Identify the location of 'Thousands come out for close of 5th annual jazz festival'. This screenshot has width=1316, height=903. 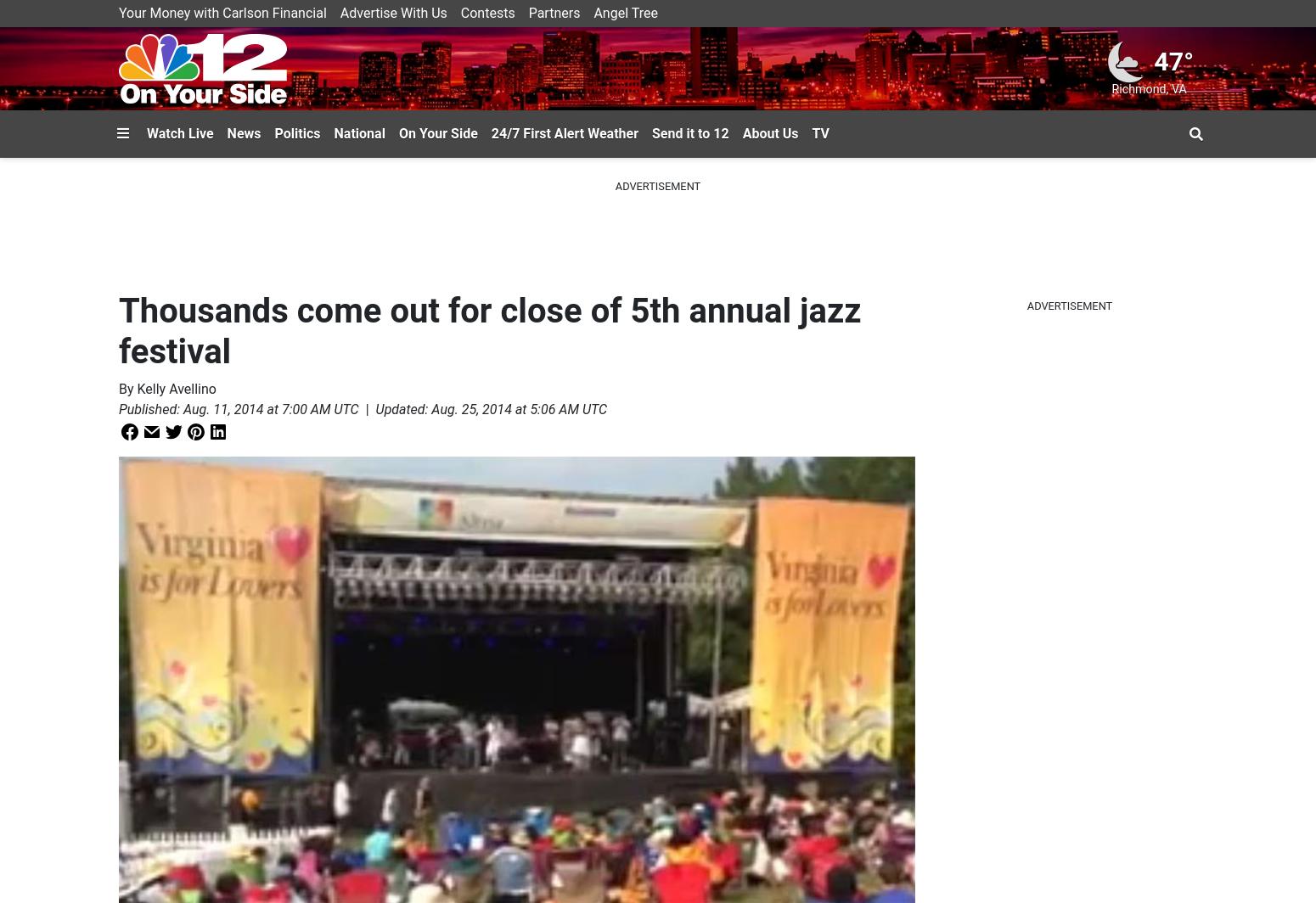
(490, 331).